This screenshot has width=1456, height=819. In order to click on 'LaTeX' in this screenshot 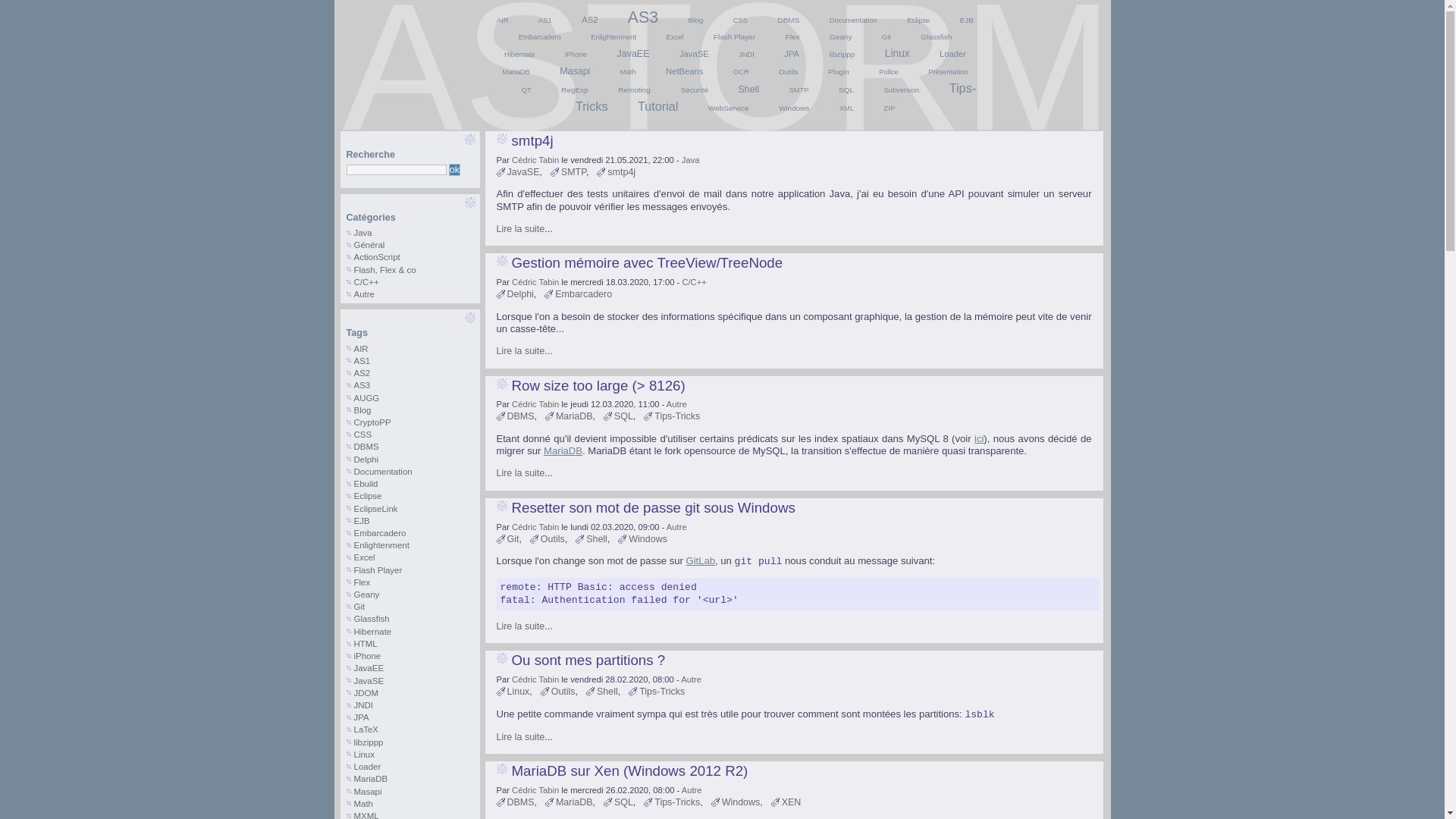, I will do `click(352, 728)`.